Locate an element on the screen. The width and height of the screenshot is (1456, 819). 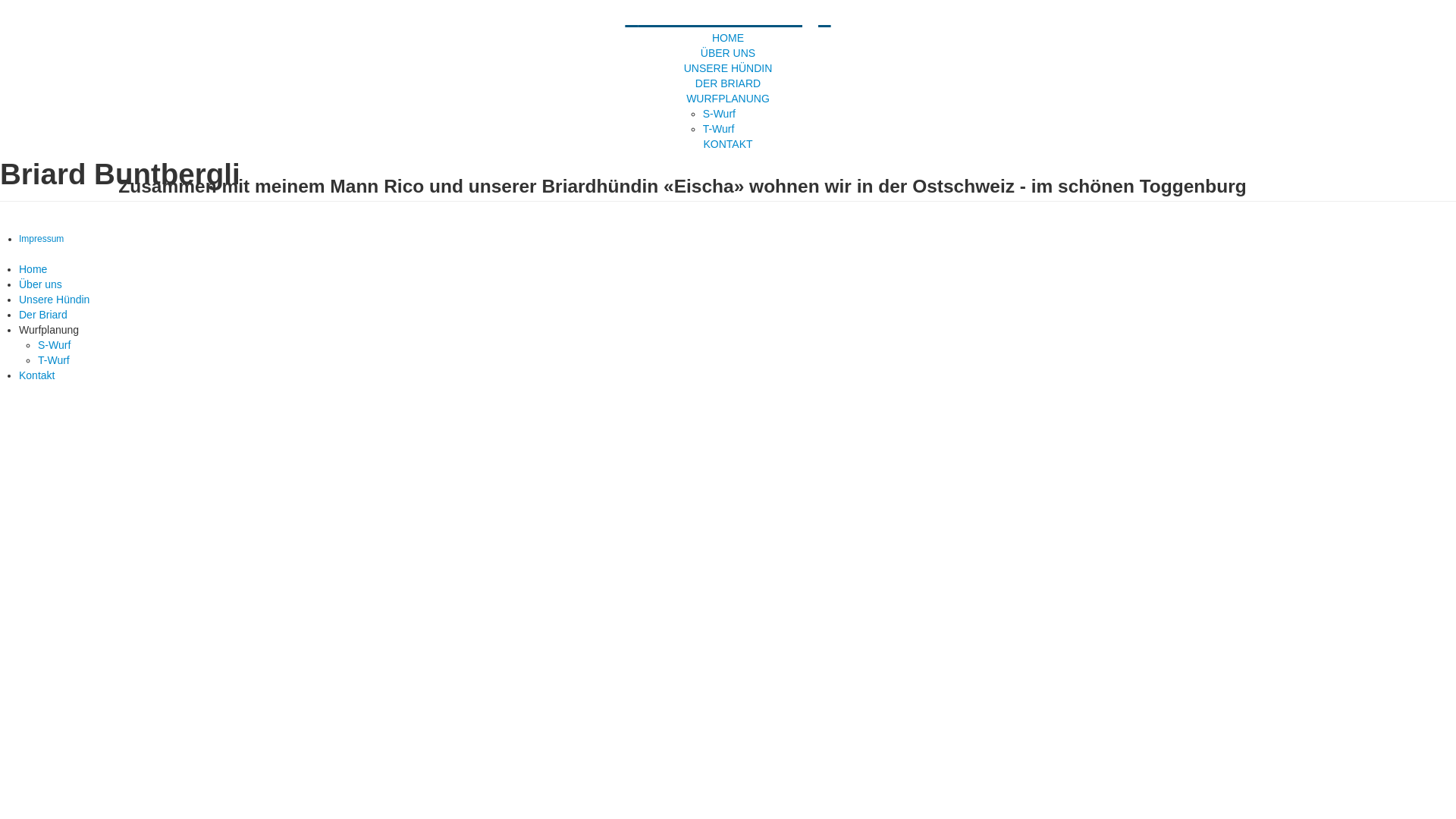
'T-Wurf' is located at coordinates (54, 359).